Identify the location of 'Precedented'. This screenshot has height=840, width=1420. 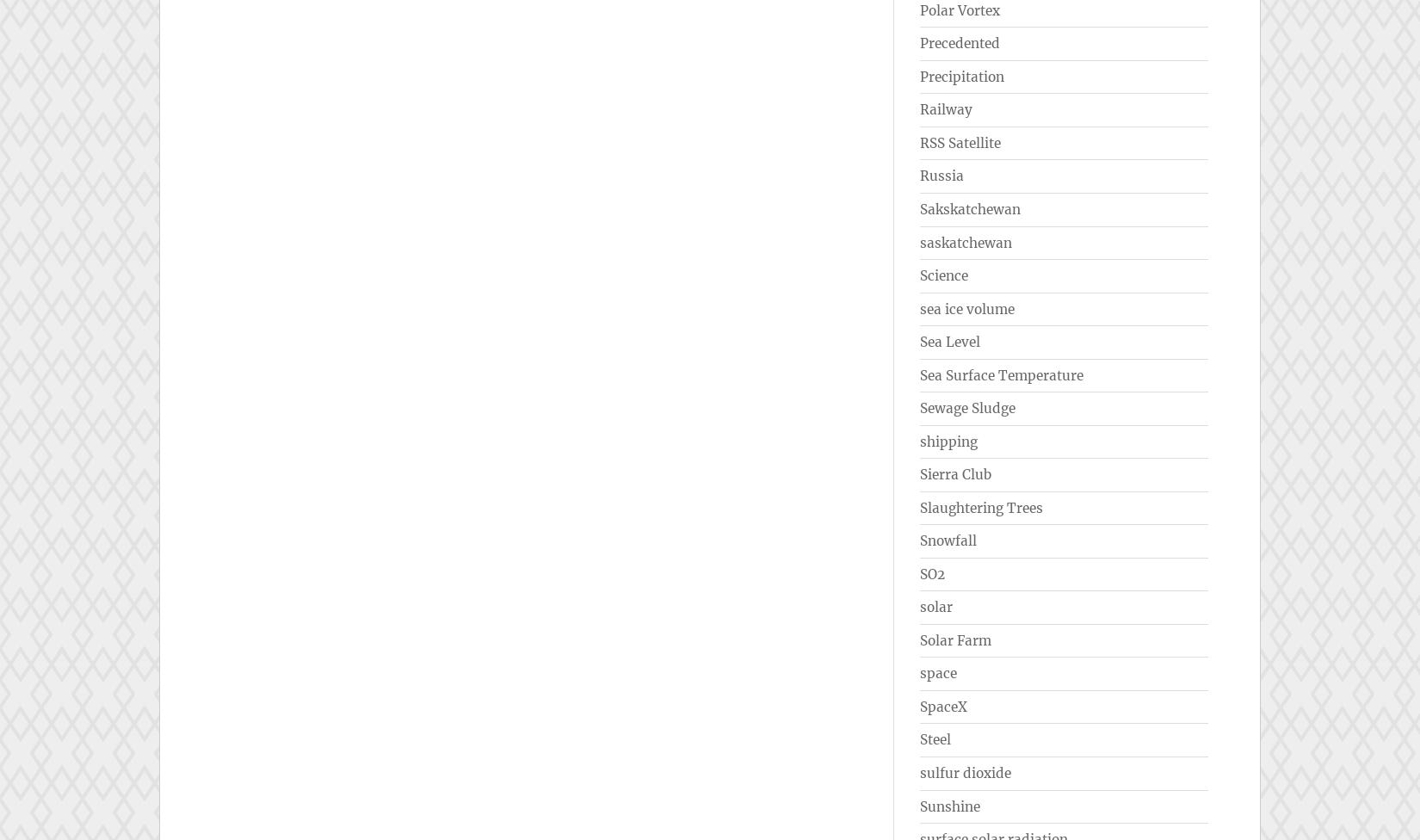
(960, 43).